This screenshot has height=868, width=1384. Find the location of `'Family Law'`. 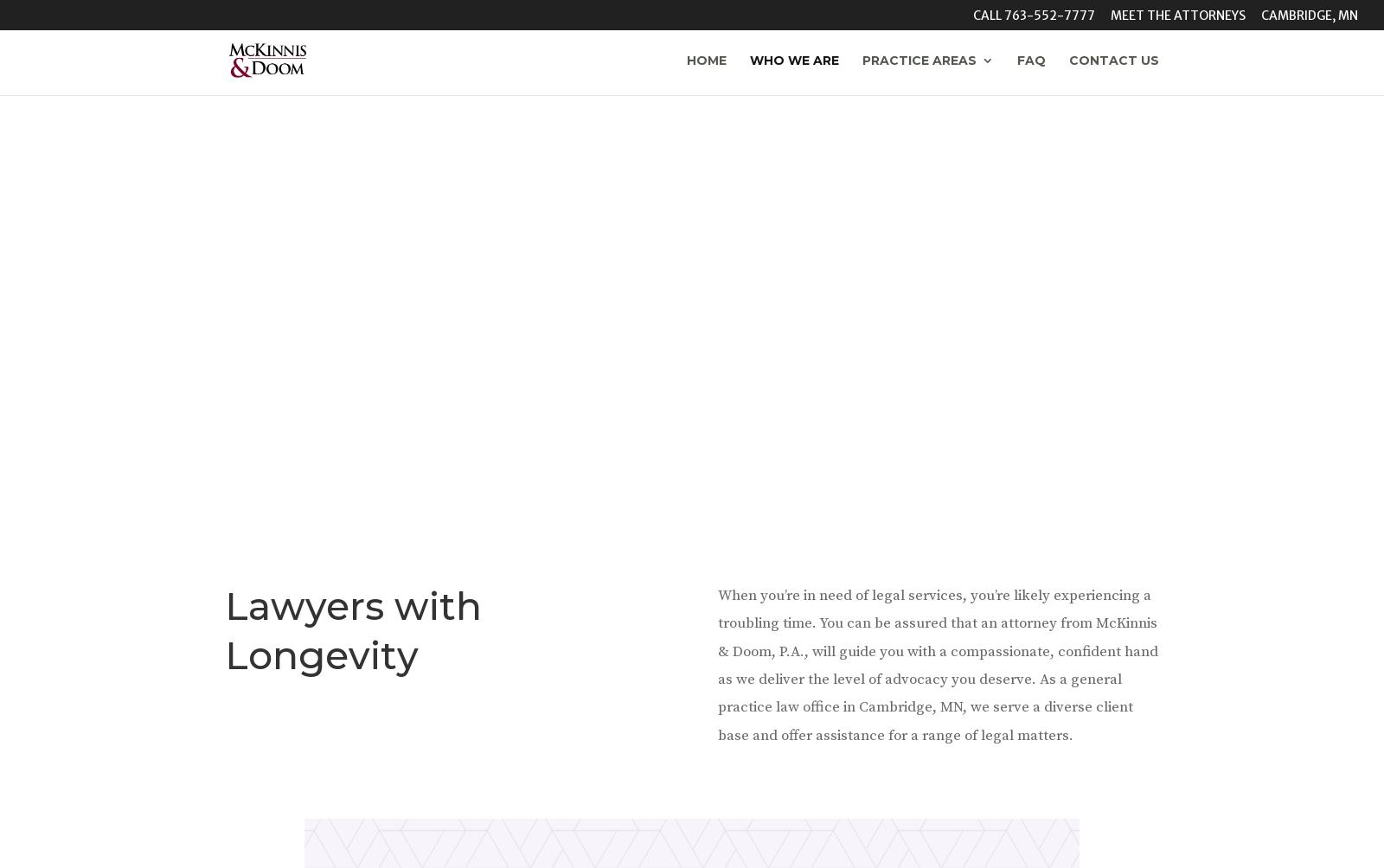

'Family Law' is located at coordinates (938, 226).